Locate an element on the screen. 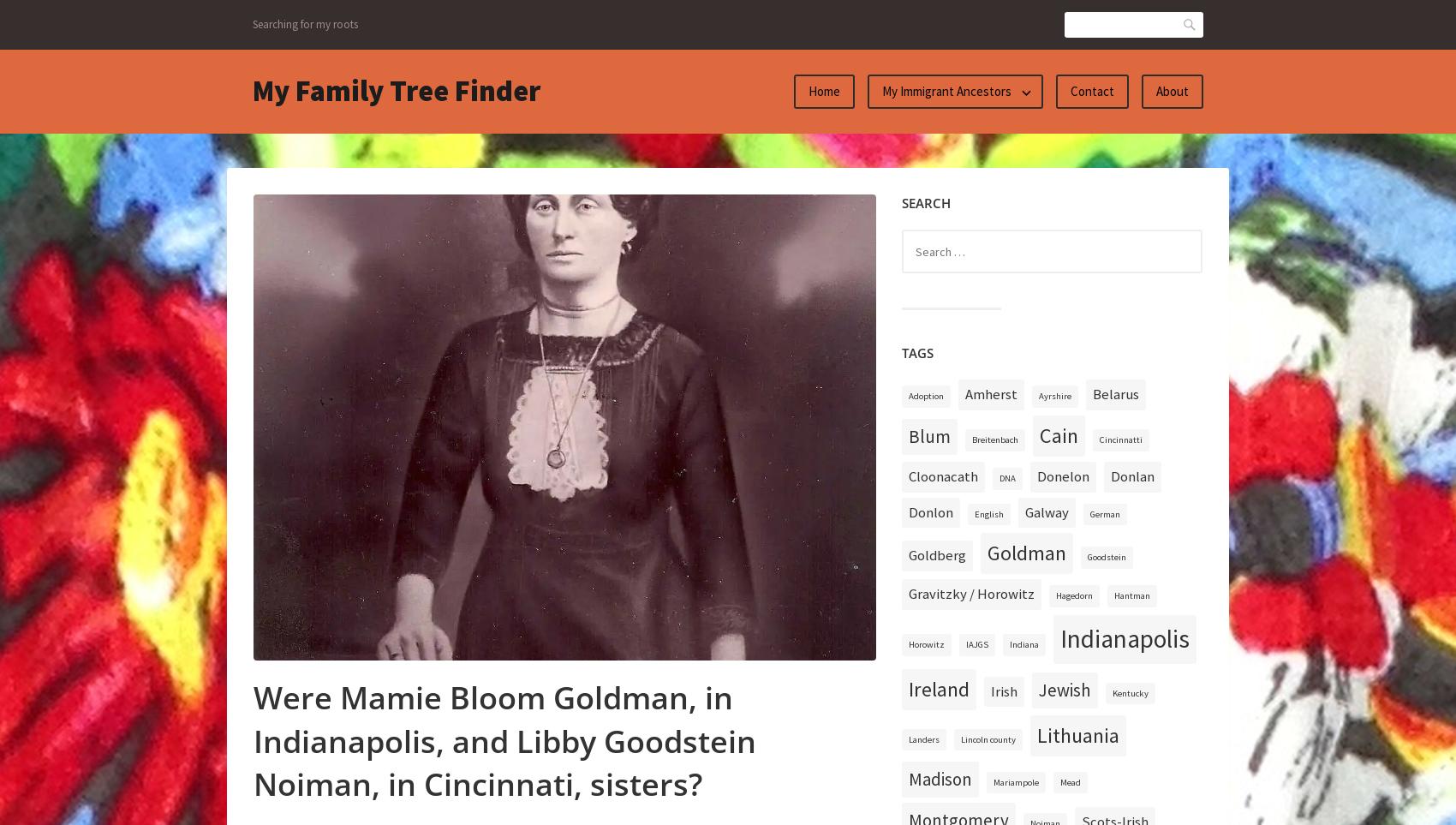 The width and height of the screenshot is (1456, 825). 'Ireland' is located at coordinates (907, 687).